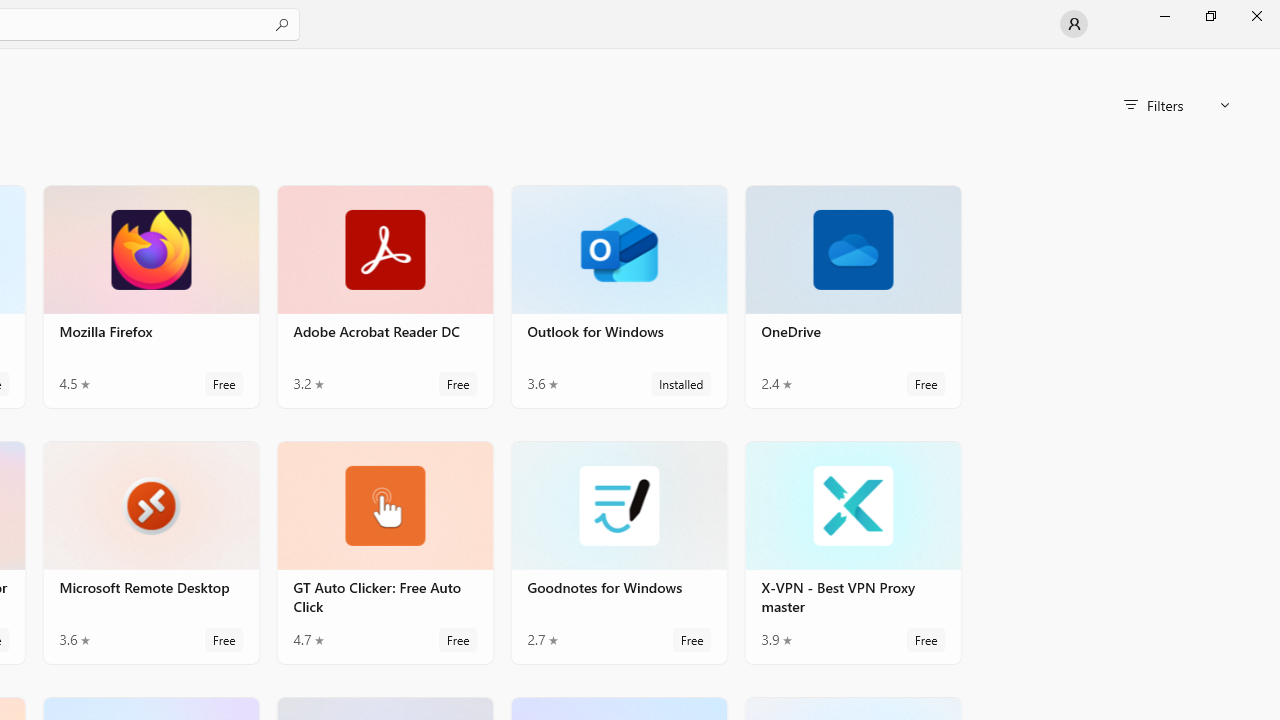 This screenshot has width=1280, height=720. Describe the element at coordinates (1176, 105) in the screenshot. I see `'Filters'` at that location.